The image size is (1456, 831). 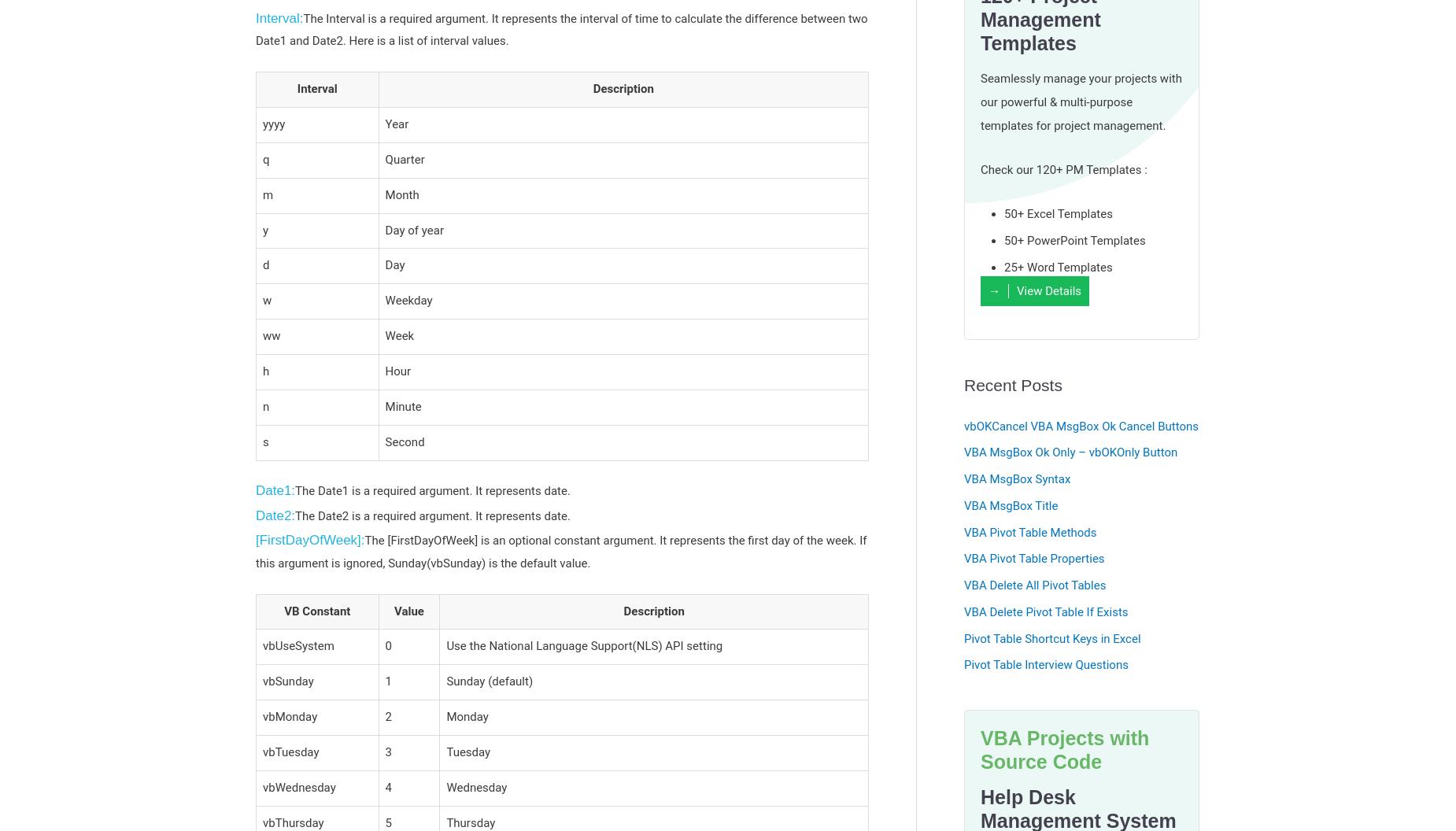 I want to click on 'The [FirstDayOfWeek] is an optional constant argument. It represents the first day of the week. If this argument is ignored, Sunday(vbSunday) is the default value.', so click(x=560, y=551).